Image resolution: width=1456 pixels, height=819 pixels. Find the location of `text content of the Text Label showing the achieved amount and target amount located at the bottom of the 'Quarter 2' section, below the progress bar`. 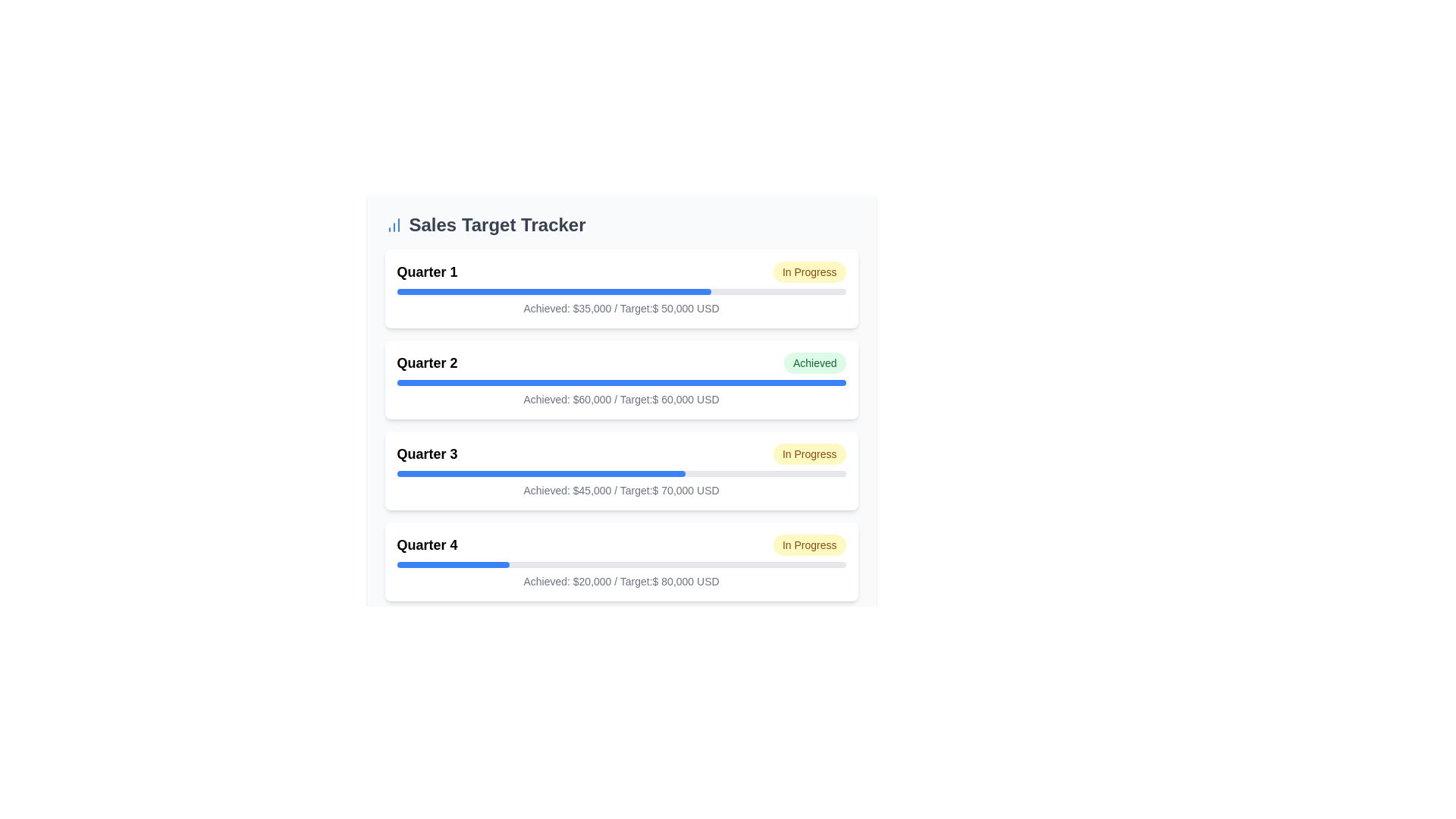

text content of the Text Label showing the achieved amount and target amount located at the bottom of the 'Quarter 2' section, below the progress bar is located at coordinates (621, 399).